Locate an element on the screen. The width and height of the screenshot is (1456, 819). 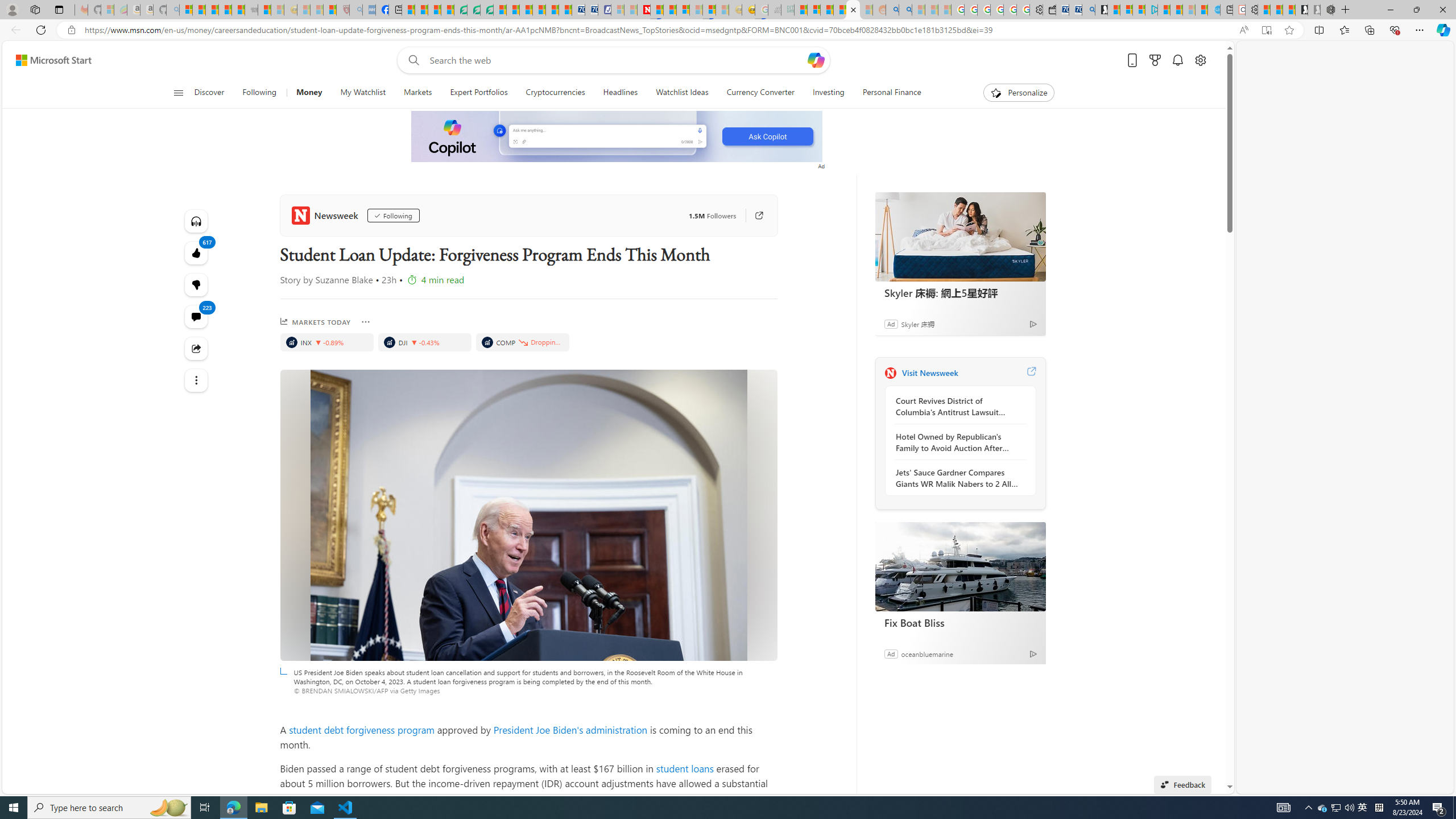
'Headlines' is located at coordinates (619, 92).